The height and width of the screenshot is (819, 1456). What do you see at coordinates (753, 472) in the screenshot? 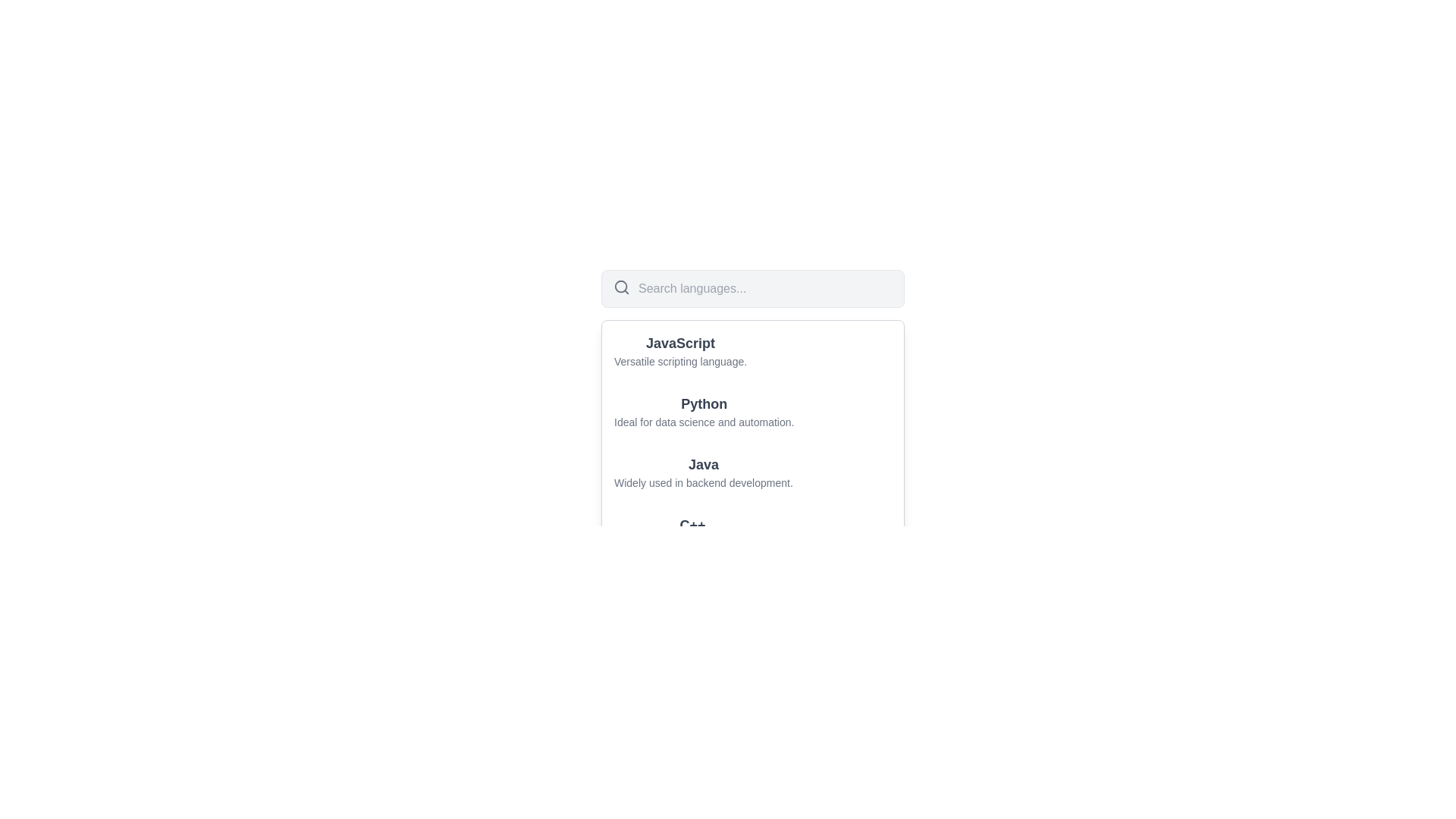
I see `the text block titled 'Java,' which includes the subtitle 'Widely used in backend development.' This block is the third item in a vertically stacked list of programming language descriptions` at bounding box center [753, 472].